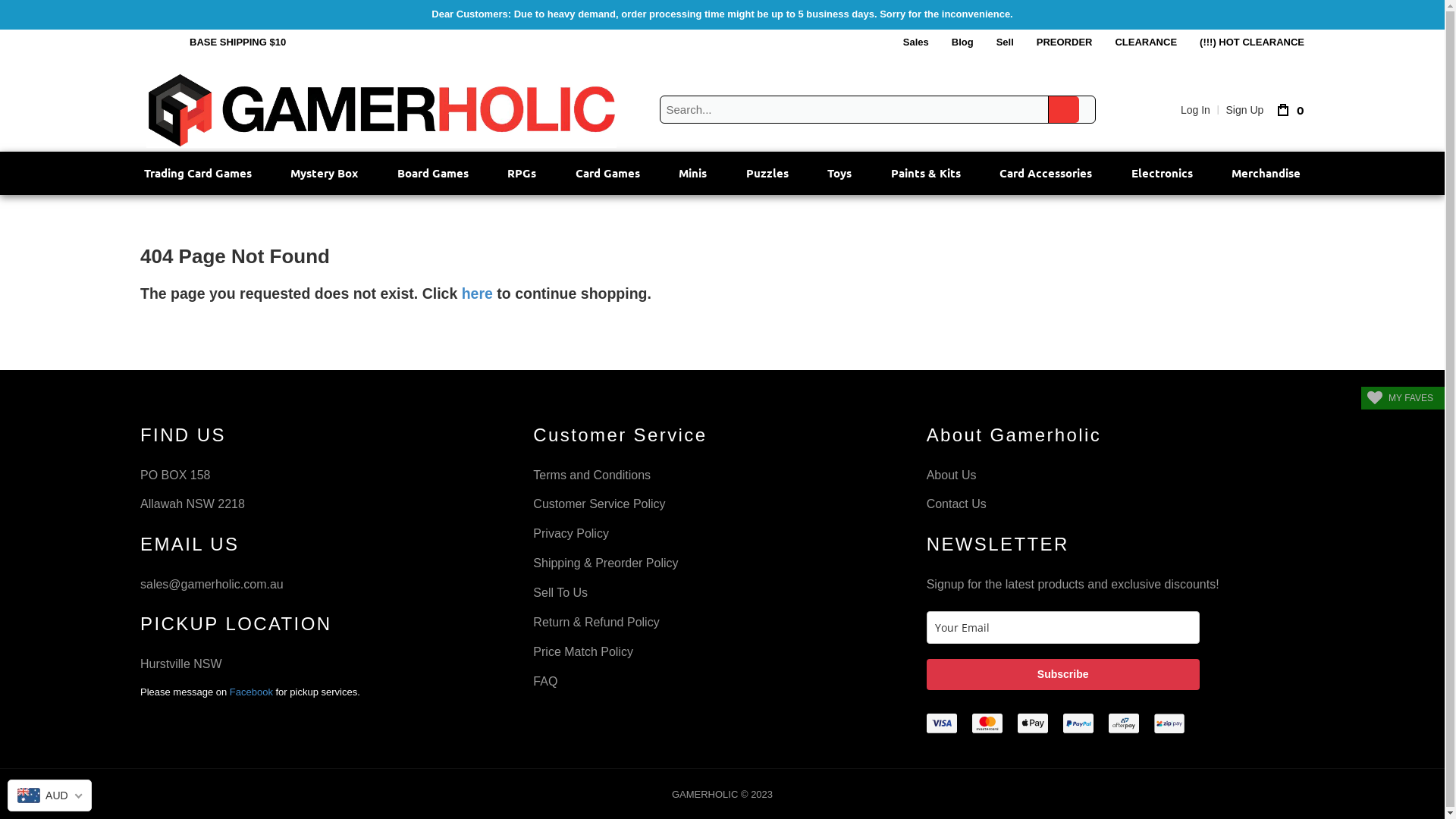  I want to click on 'BASE SHIPPING $10', so click(237, 42).